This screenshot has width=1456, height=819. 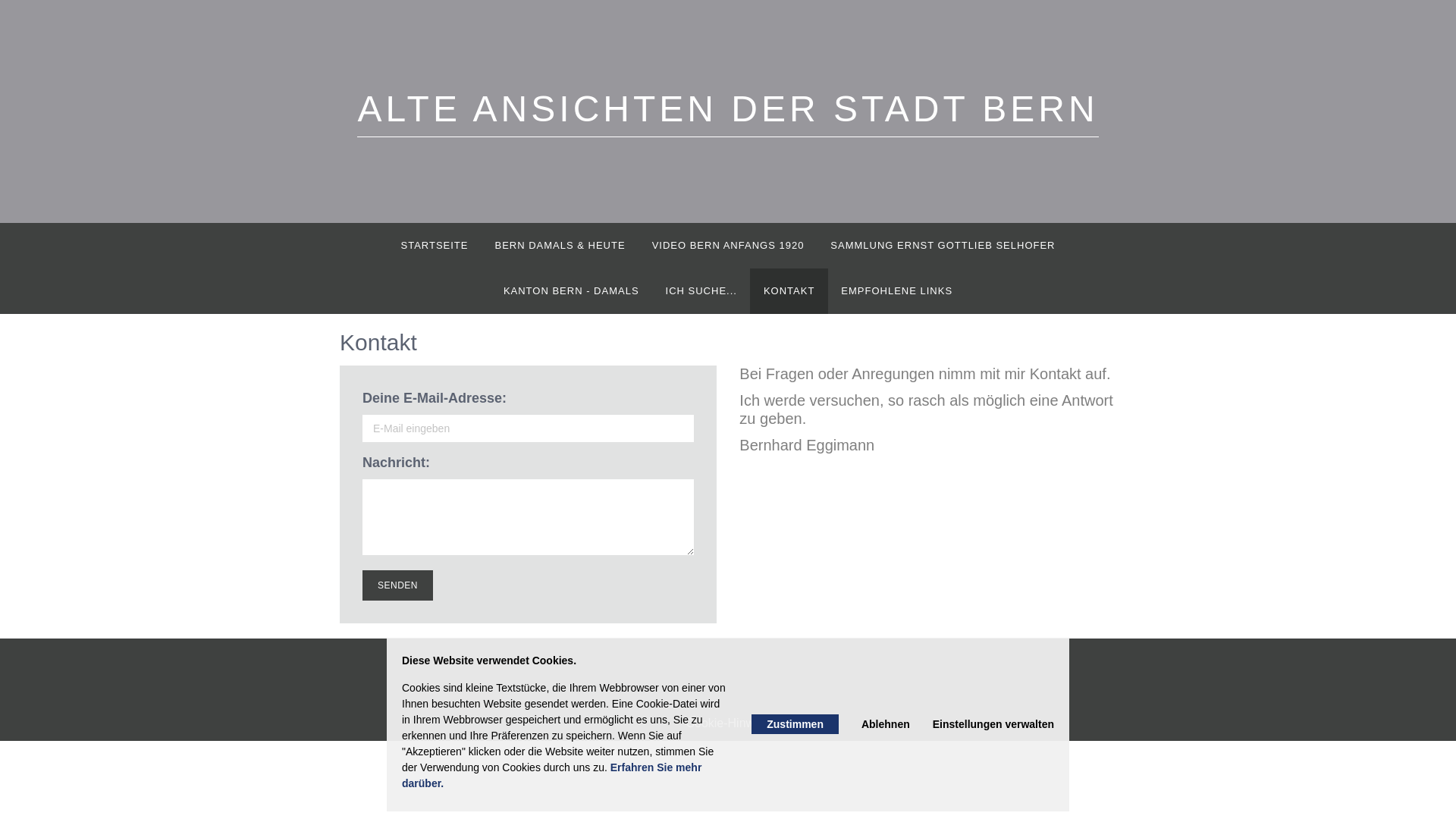 I want to click on 'Cookie-Hinweis', so click(x=726, y=722).